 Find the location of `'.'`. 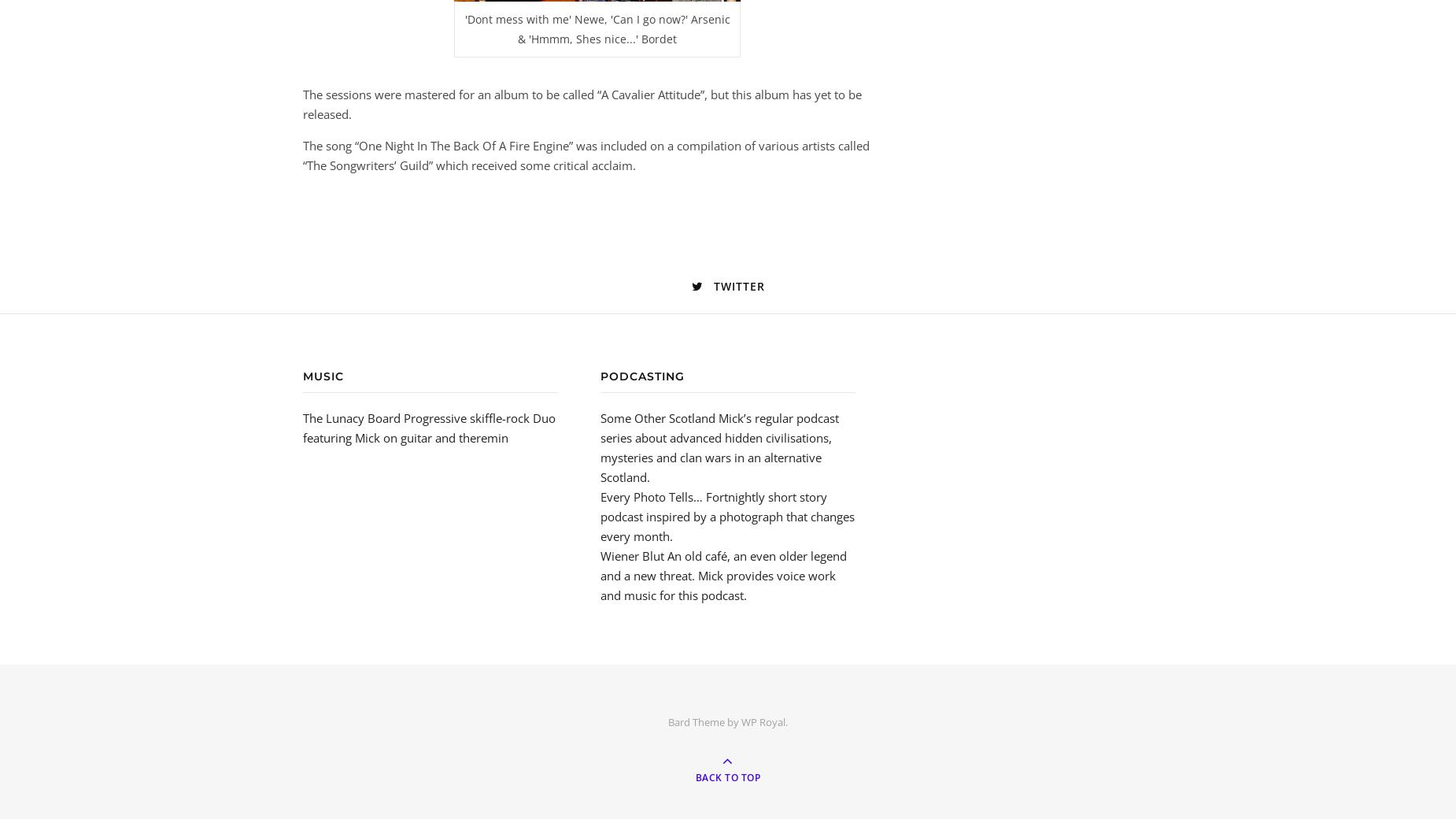

'.' is located at coordinates (785, 721).